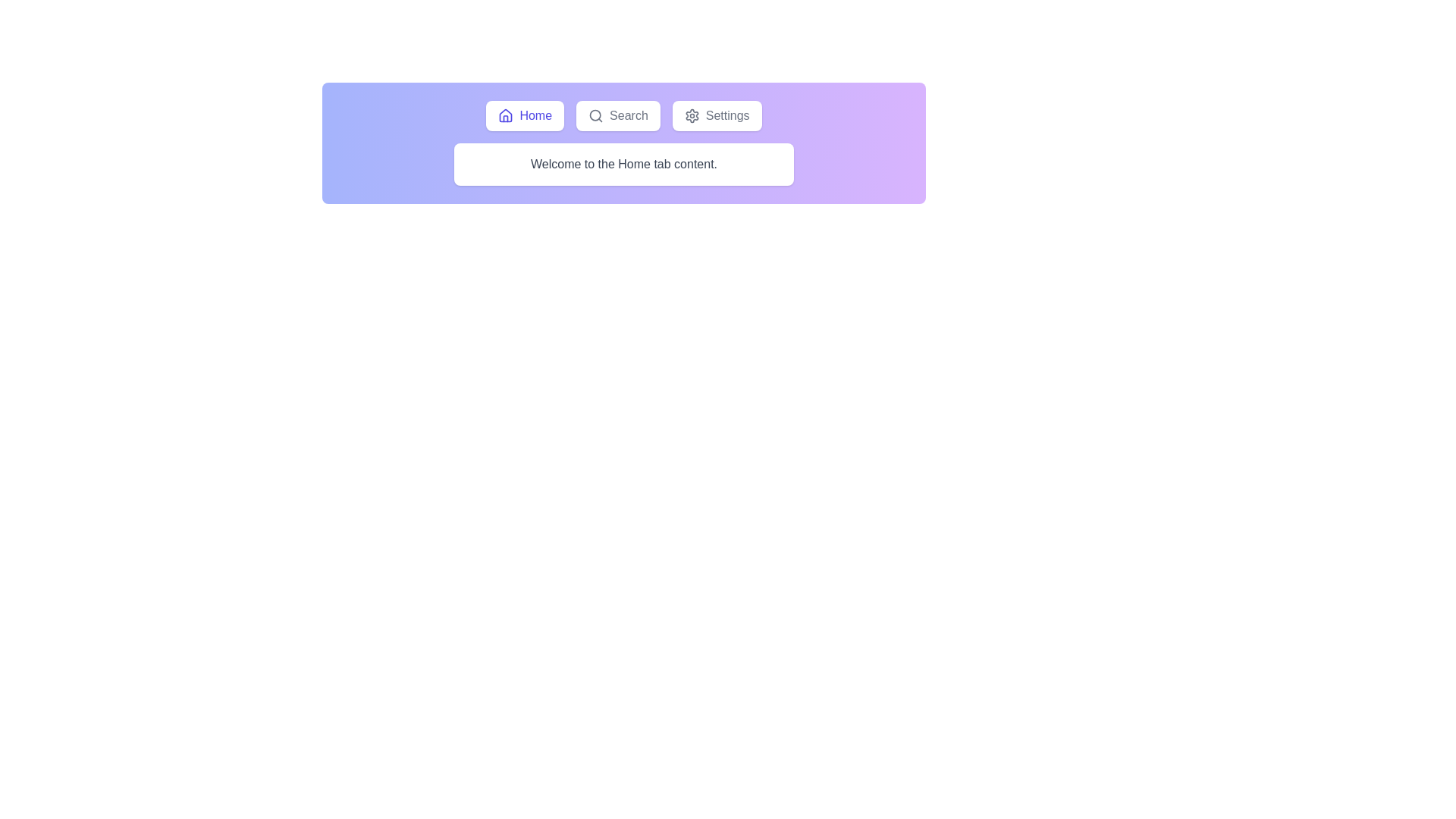  What do you see at coordinates (691, 115) in the screenshot?
I see `the 'Settings' icon located on the rightmost end of the horizontal navigation bar` at bounding box center [691, 115].